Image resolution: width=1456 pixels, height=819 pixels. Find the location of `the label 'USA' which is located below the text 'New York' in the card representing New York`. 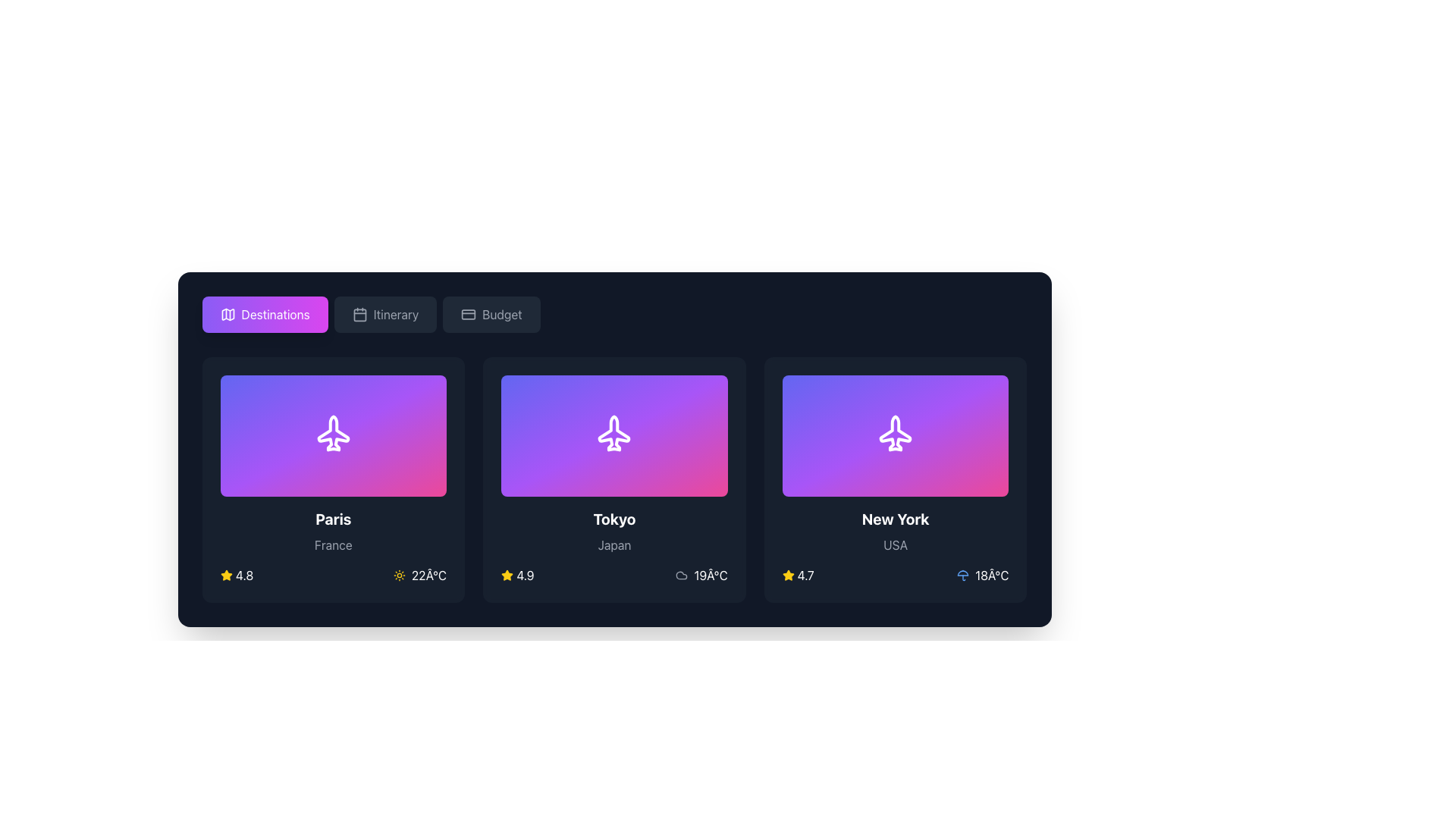

the label 'USA' which is located below the text 'New York' in the card representing New York is located at coordinates (896, 544).